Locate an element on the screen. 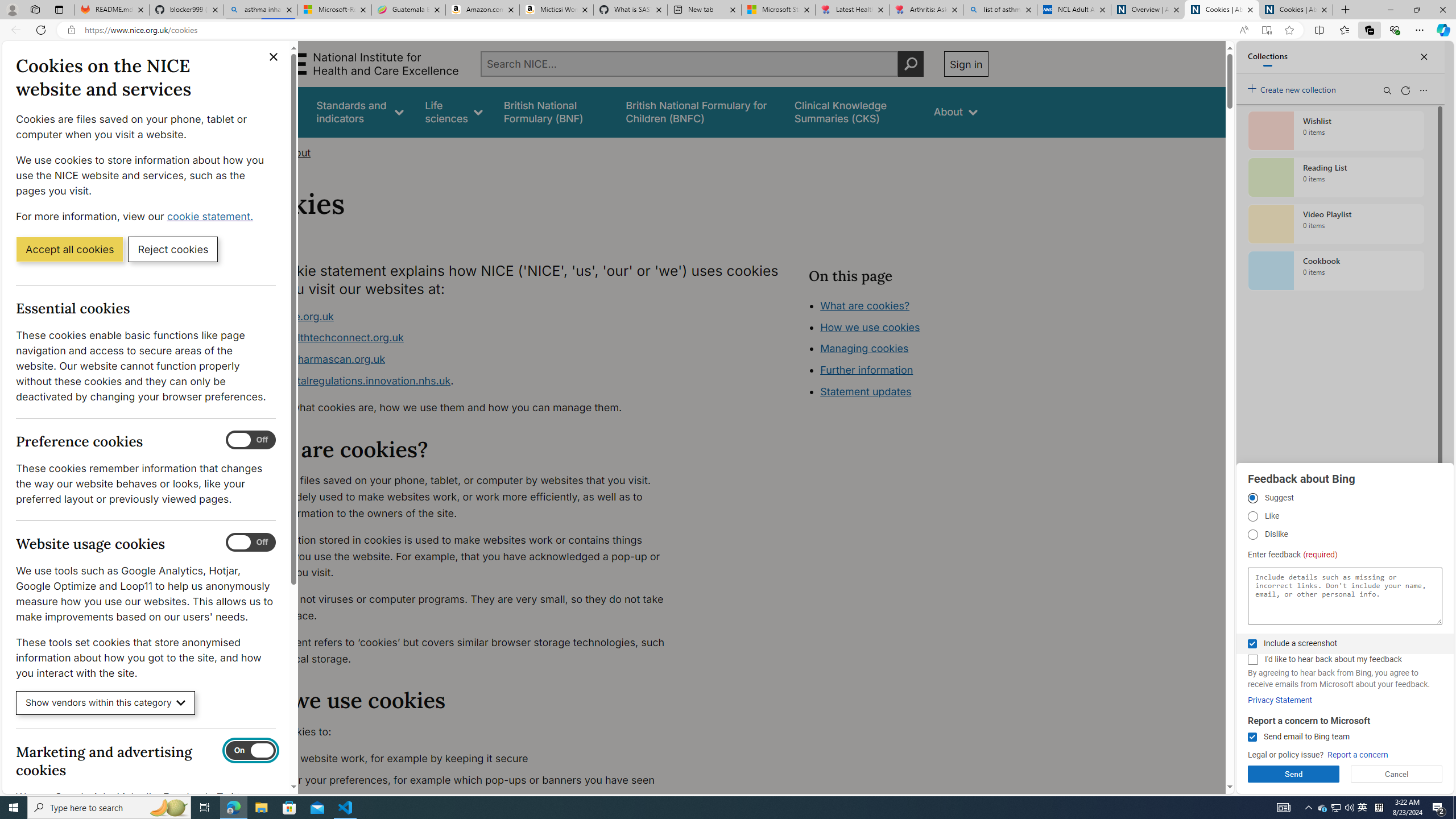 This screenshot has width=1456, height=819. 'Website usage cookies' is located at coordinates (250, 542).